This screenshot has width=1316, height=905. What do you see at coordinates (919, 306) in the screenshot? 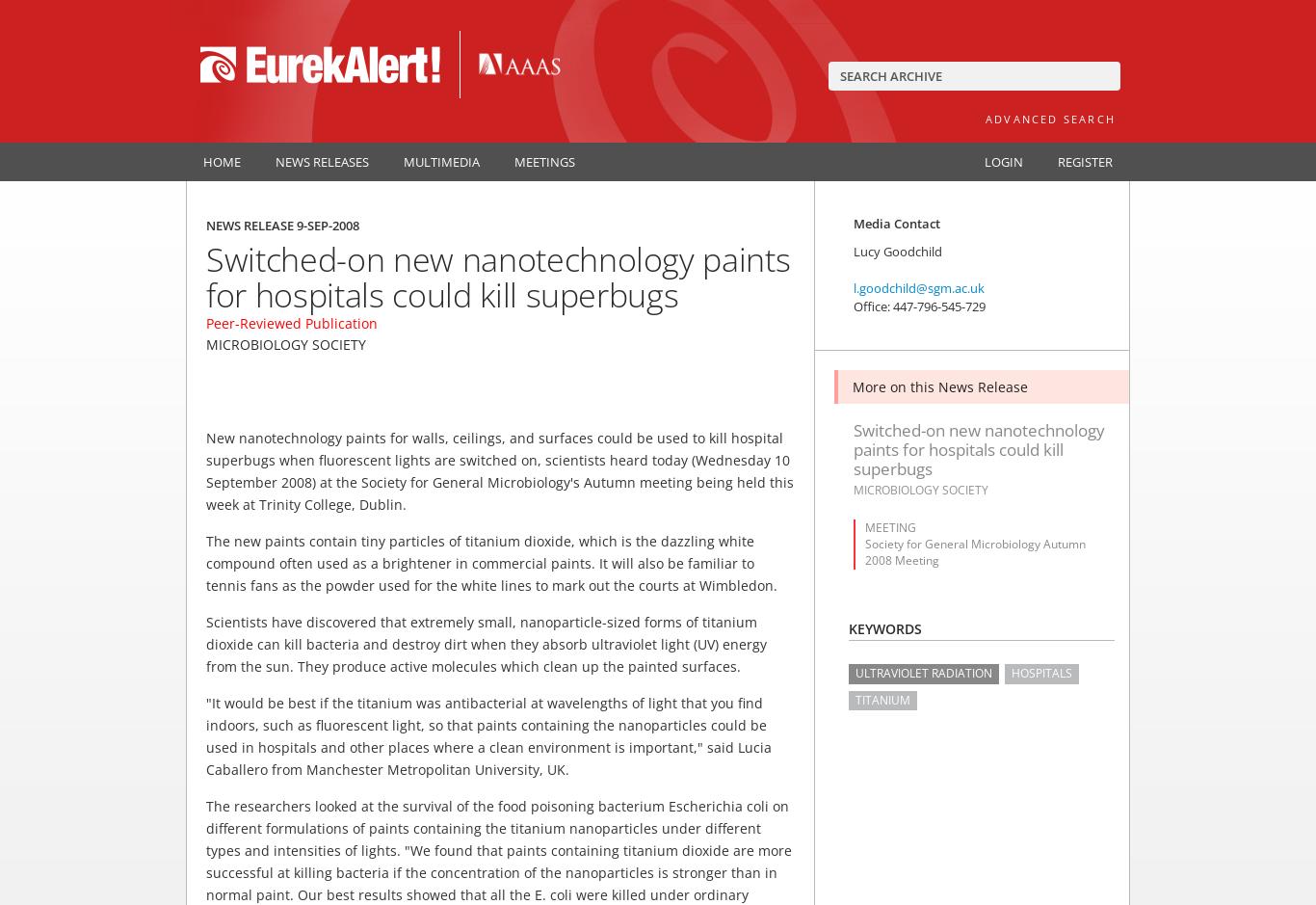
I see `'Office: 447-796-545-729'` at bounding box center [919, 306].